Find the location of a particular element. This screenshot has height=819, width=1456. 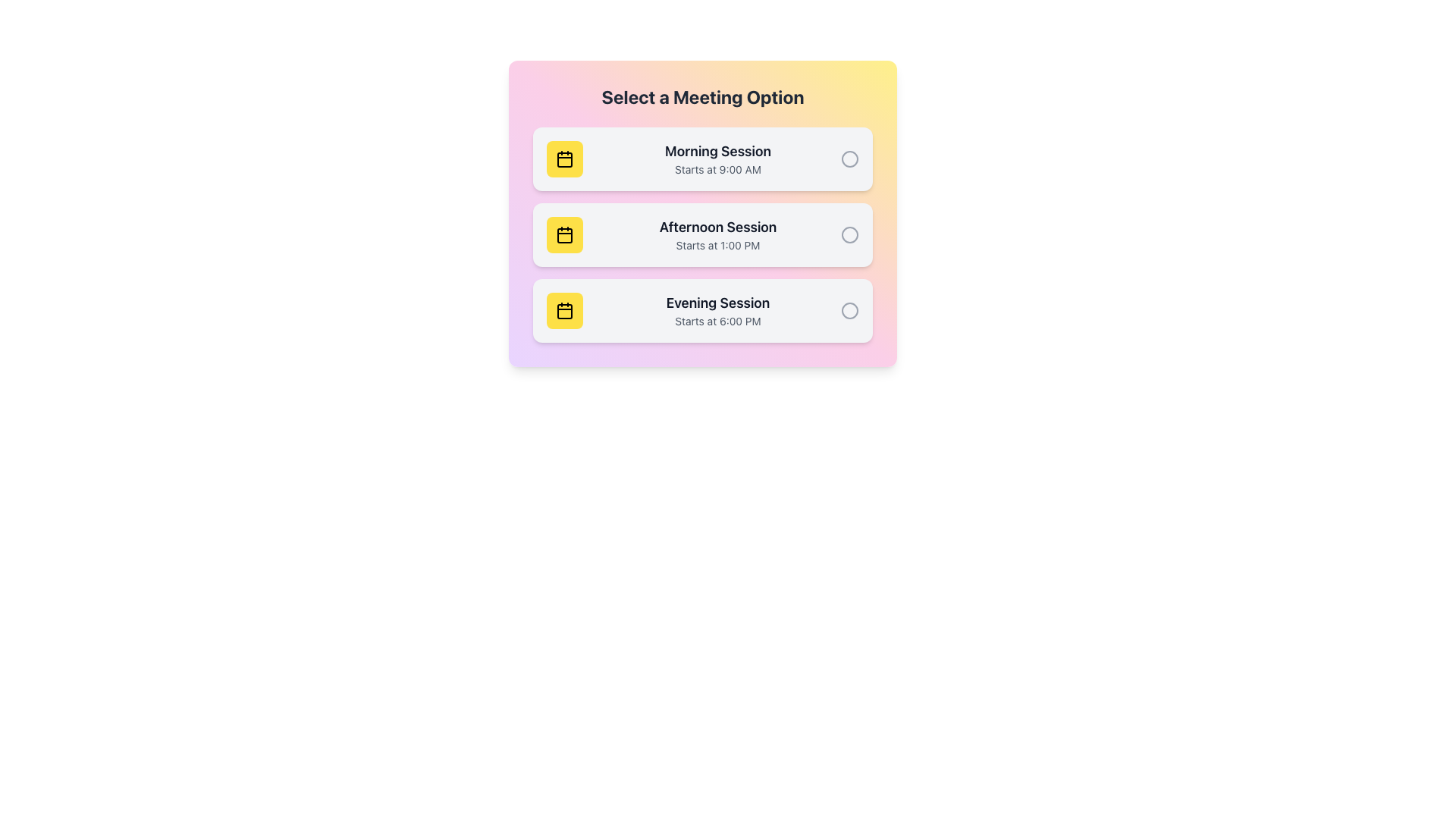

the text element that reads 'Starts at 6:00 PM', which is styled with a small, gray font and located beneath the 'Evening Session' title is located at coordinates (717, 321).